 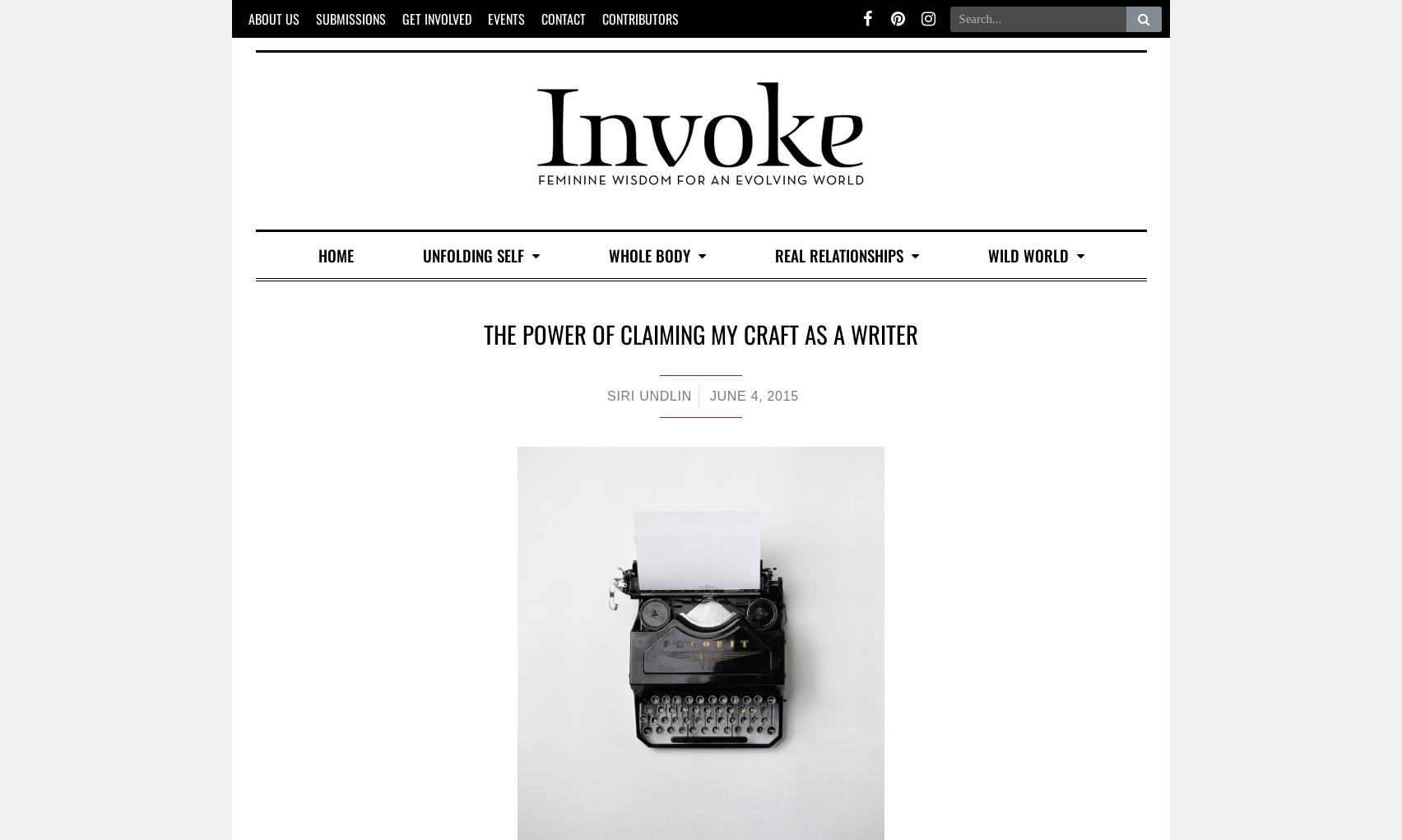 I want to click on 'Join the Sisterhood', so click(x=239, y=611).